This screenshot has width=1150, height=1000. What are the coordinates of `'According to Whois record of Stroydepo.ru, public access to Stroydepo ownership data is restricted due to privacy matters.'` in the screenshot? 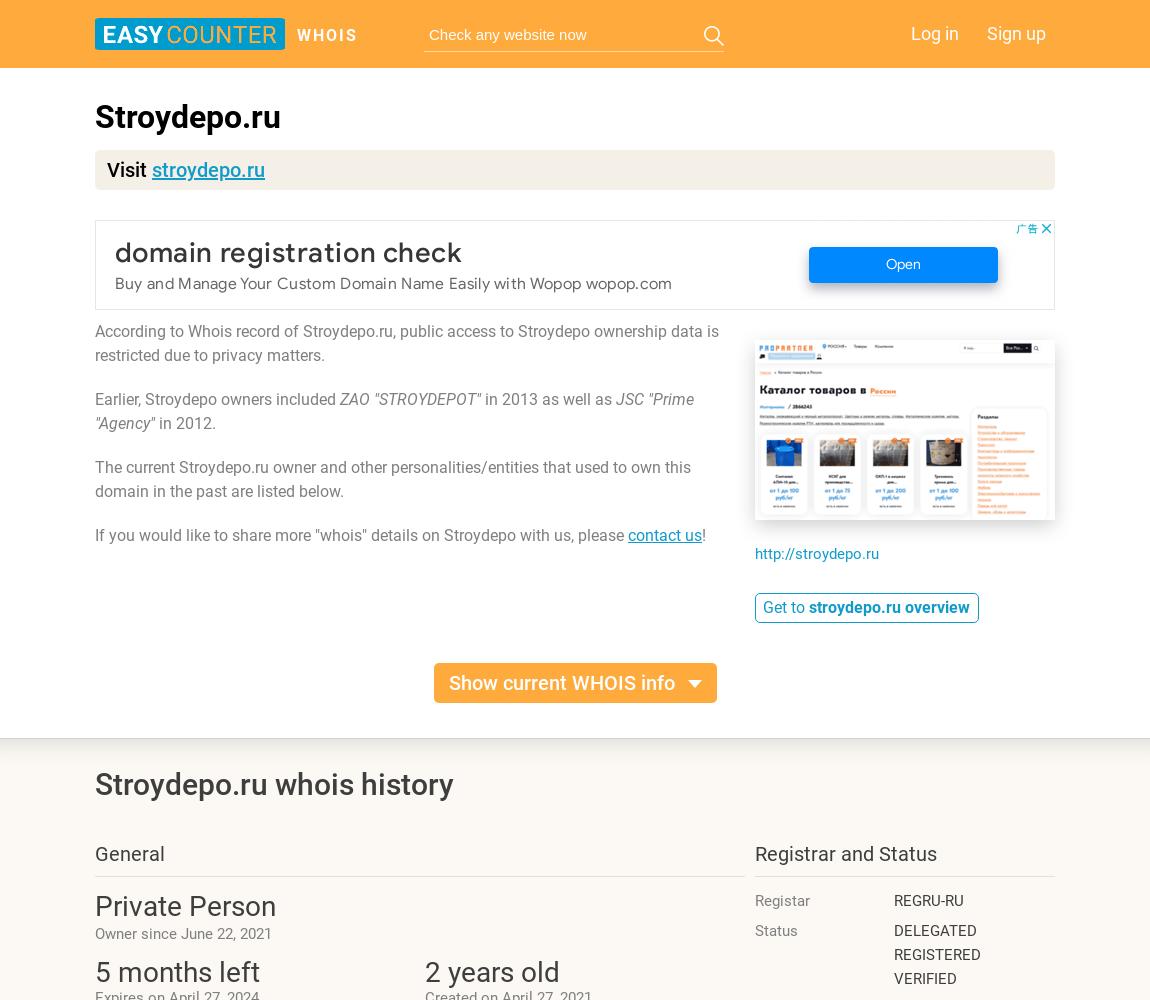 It's located at (406, 342).